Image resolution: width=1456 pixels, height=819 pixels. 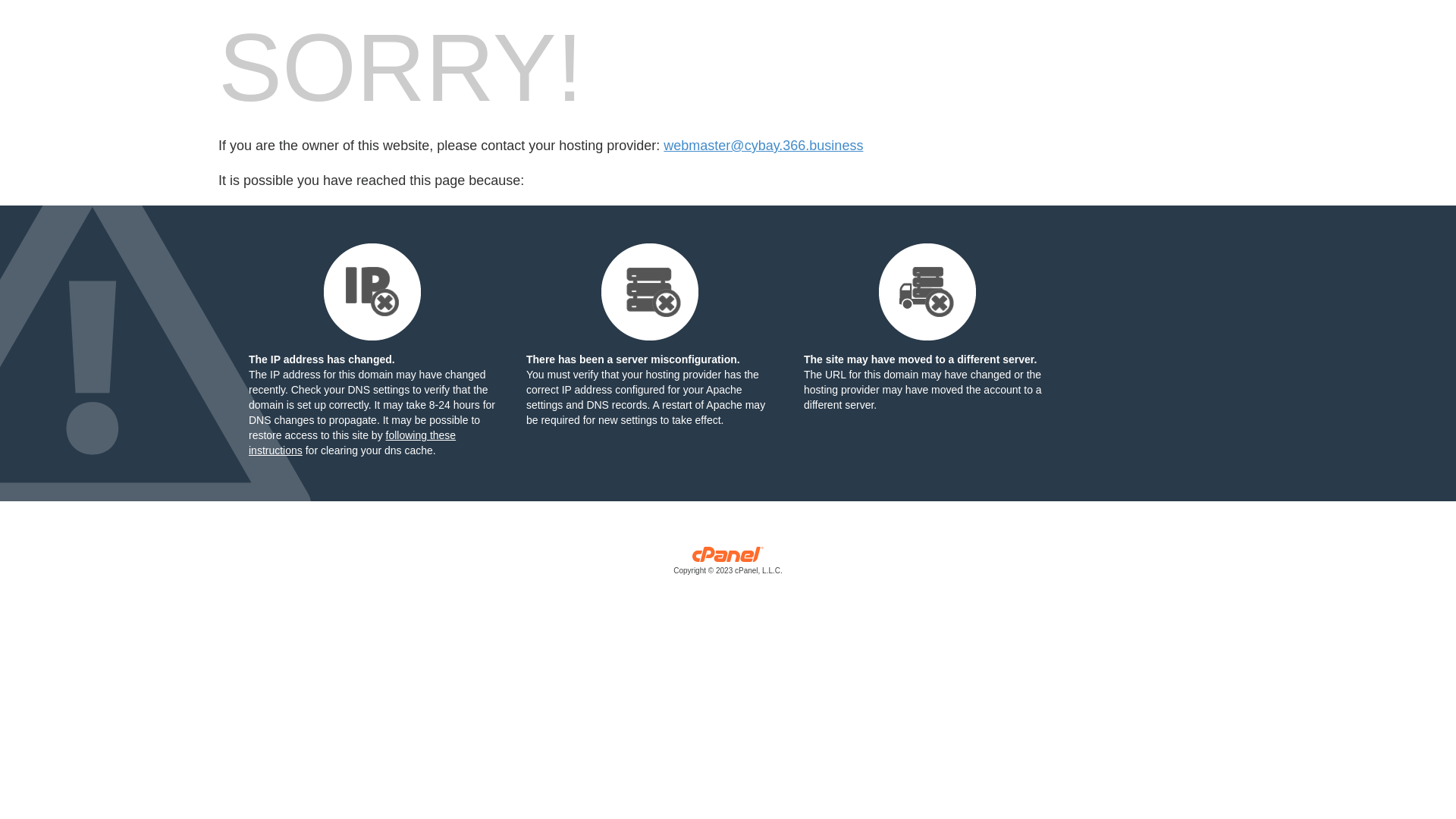 What do you see at coordinates (663, 146) in the screenshot?
I see `'webmaster@cybay.366.business'` at bounding box center [663, 146].